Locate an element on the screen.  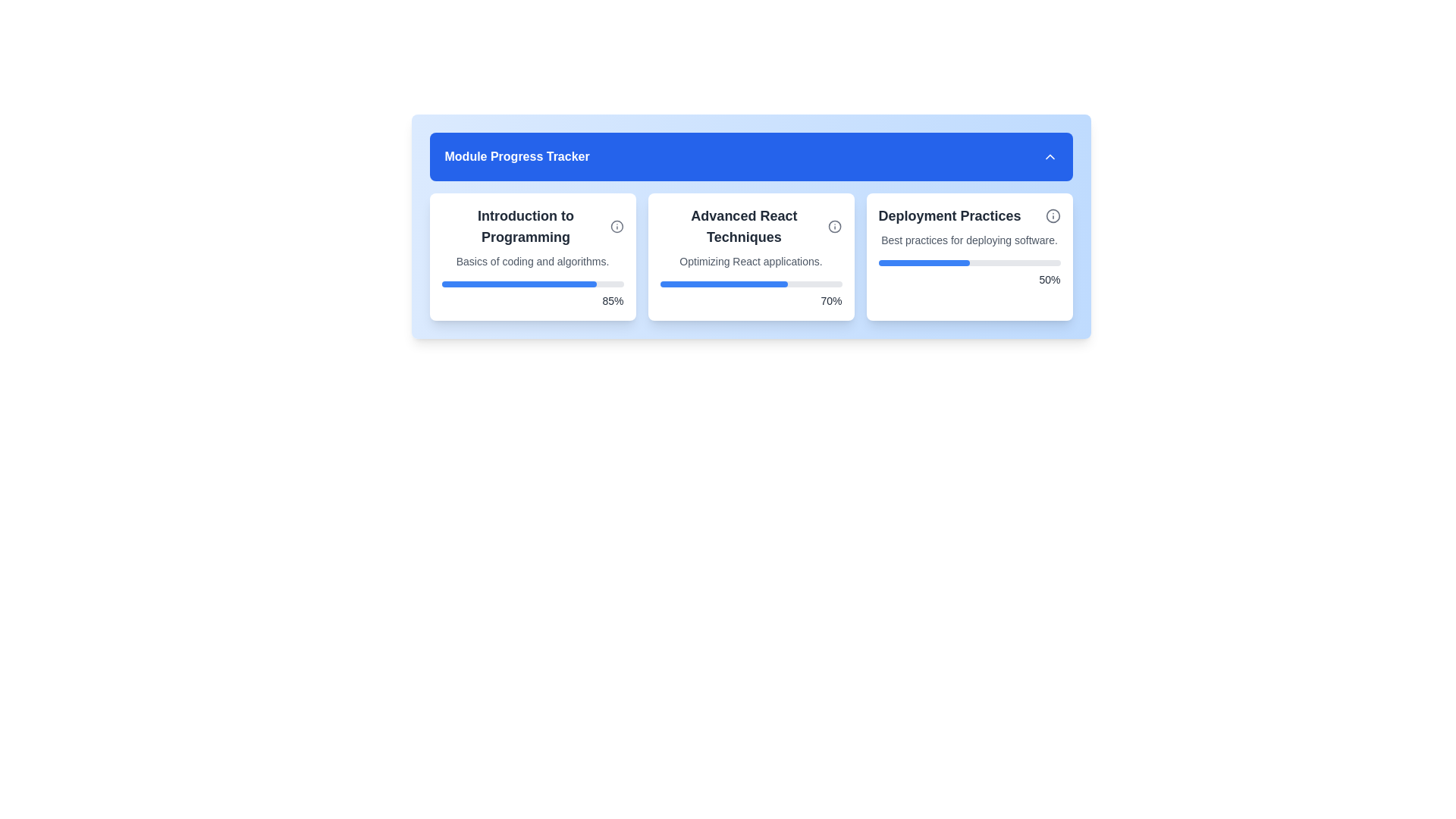
the label/header titled 'Advanced React Techniques' which is centered horizontally in the middle card of a three-card sequence is located at coordinates (751, 227).